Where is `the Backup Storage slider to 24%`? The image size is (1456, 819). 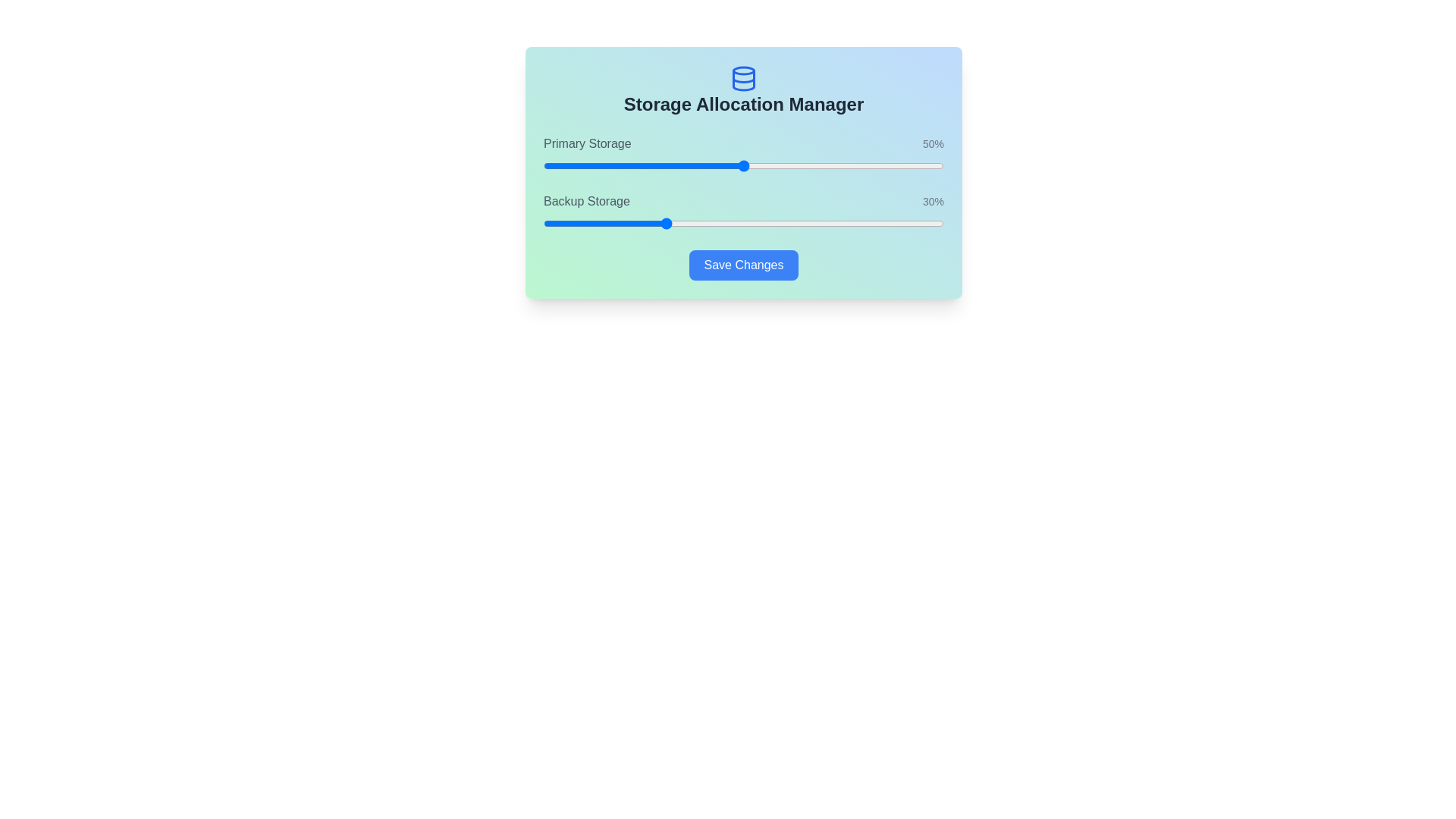
the Backup Storage slider to 24% is located at coordinates (639, 223).